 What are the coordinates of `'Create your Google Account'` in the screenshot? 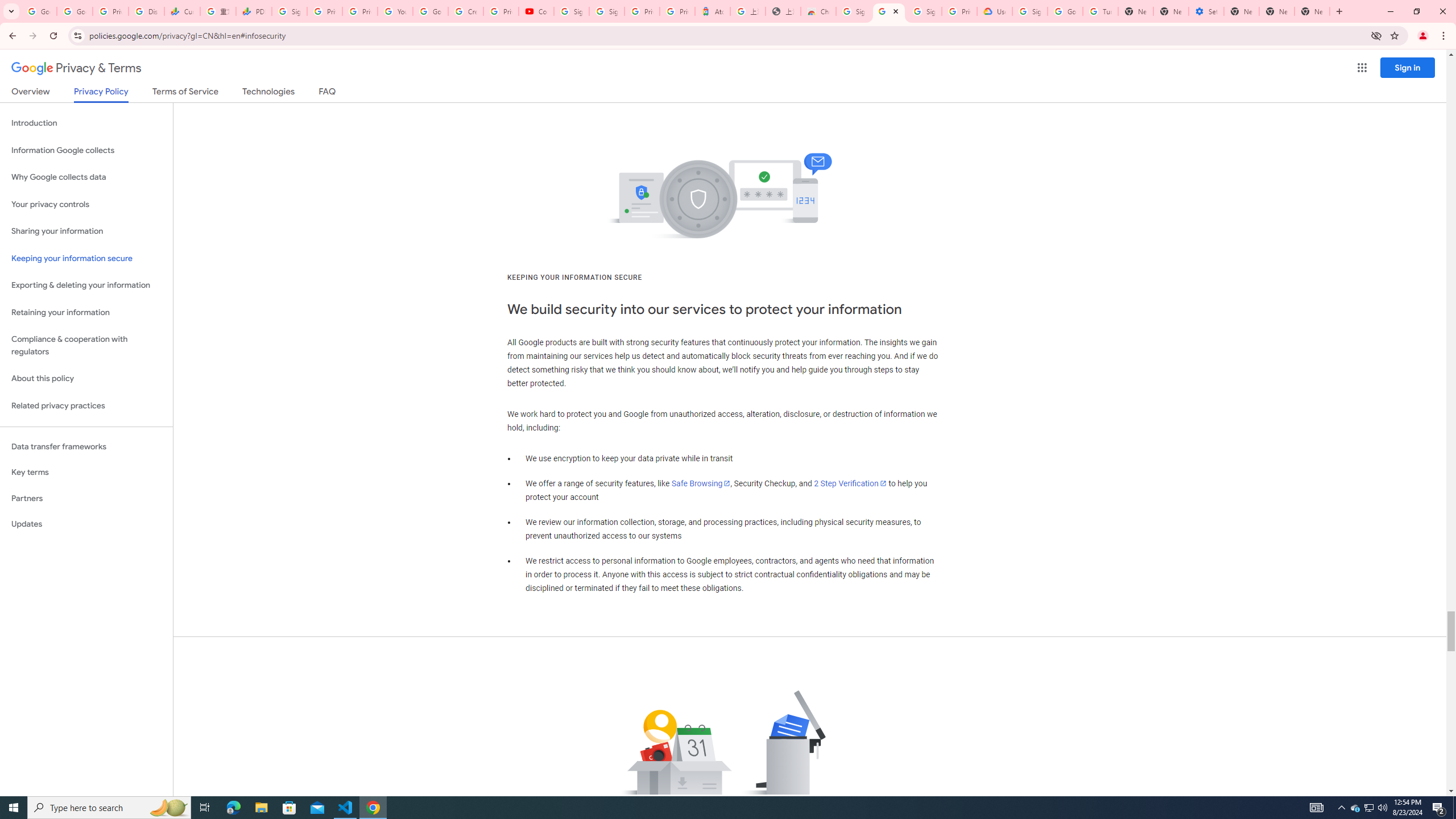 It's located at (466, 11).